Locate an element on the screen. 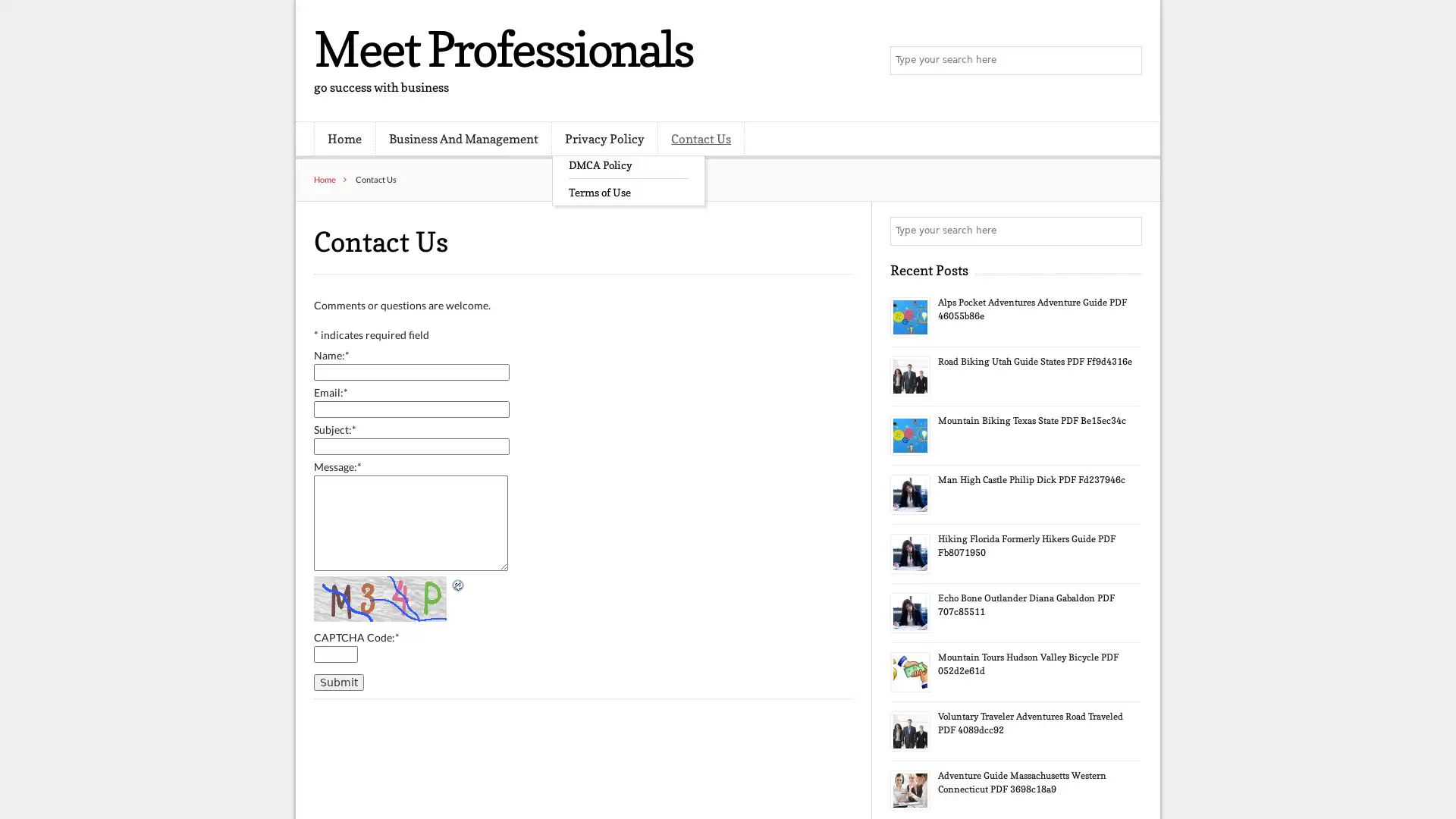 The image size is (1456, 819). Submit is located at coordinates (337, 680).